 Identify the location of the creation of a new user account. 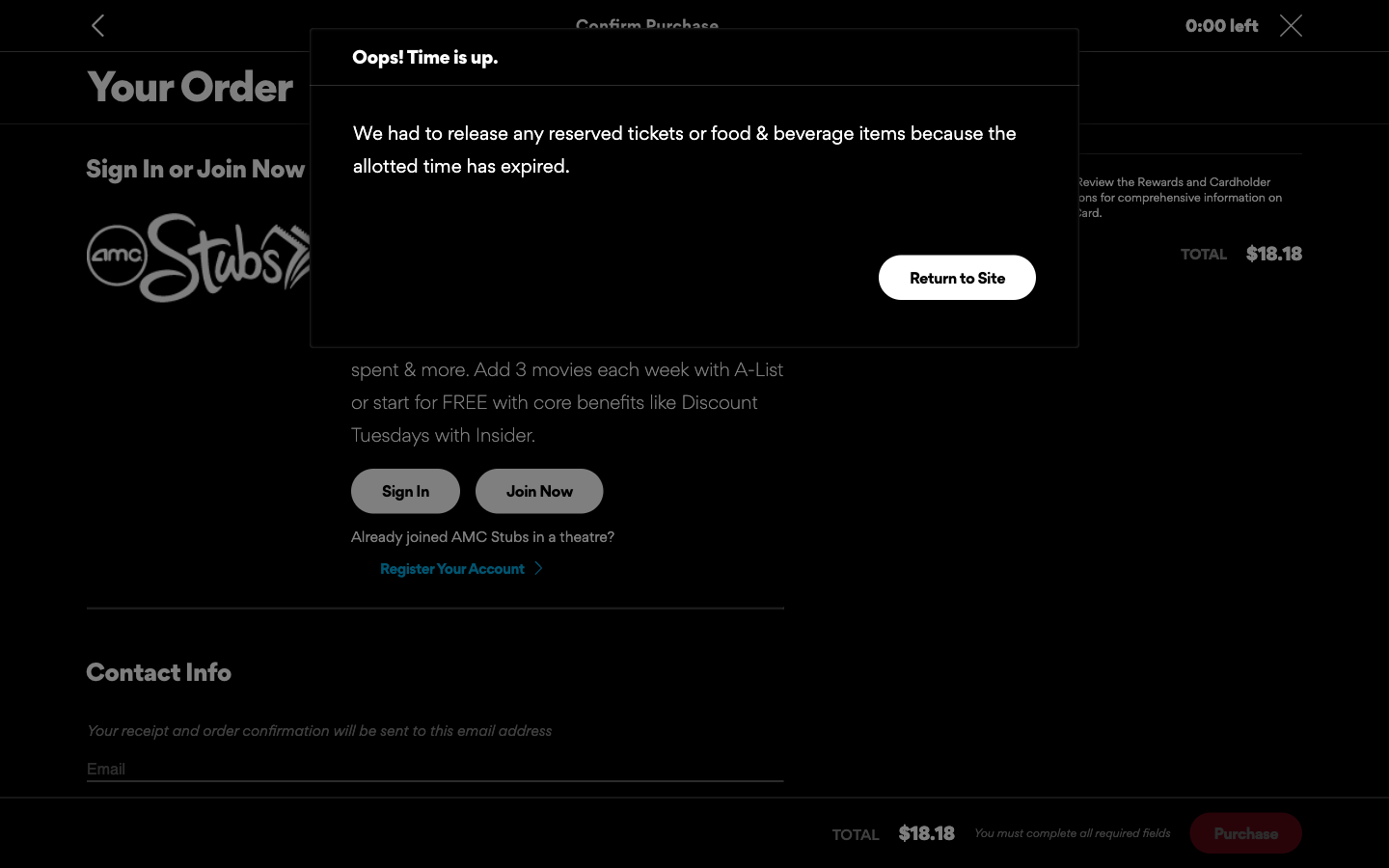
(459, 568).